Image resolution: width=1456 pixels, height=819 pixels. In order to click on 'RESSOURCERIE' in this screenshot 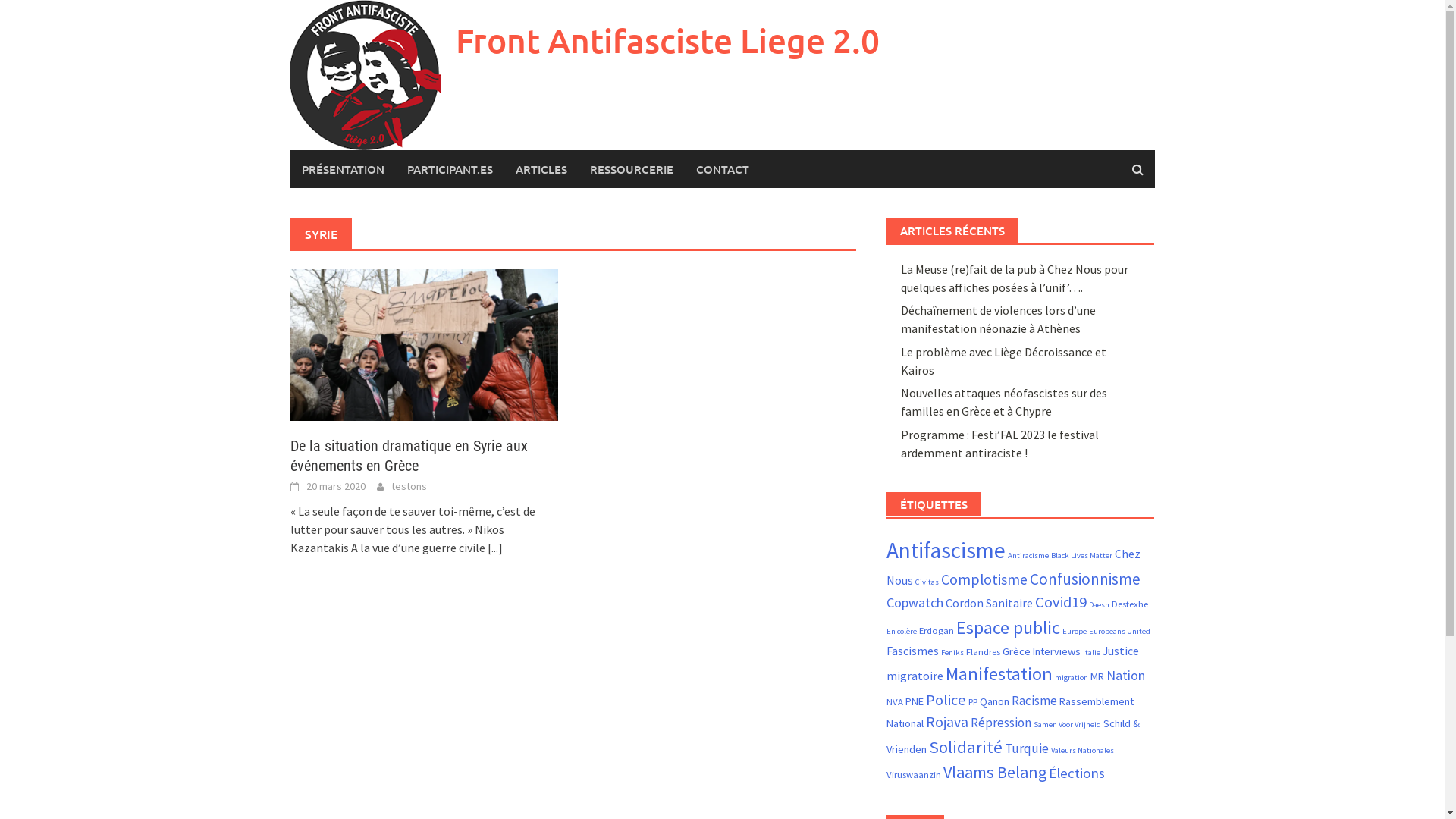, I will do `click(630, 169)`.